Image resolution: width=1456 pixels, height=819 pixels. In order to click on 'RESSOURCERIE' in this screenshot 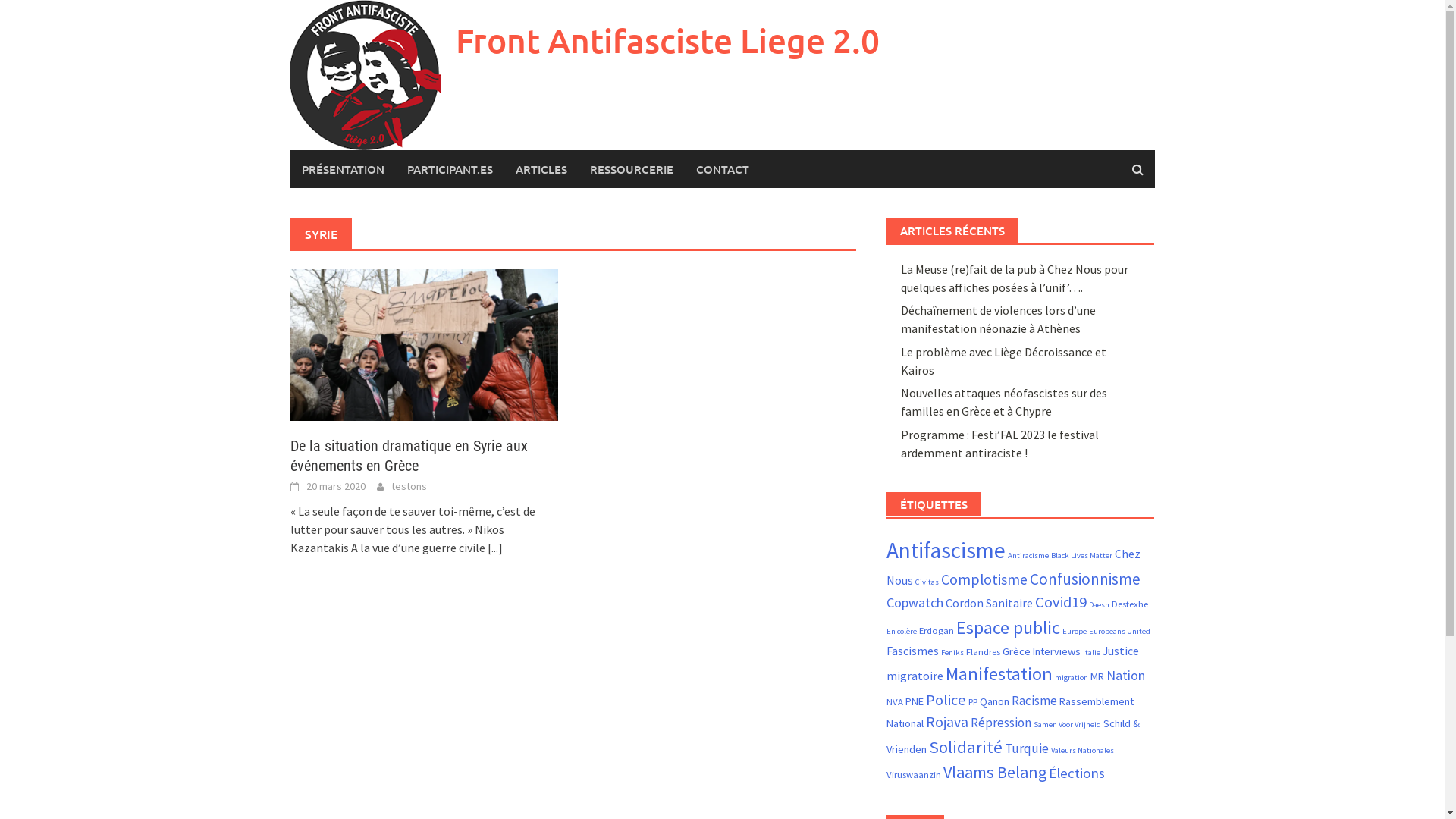, I will do `click(630, 169)`.